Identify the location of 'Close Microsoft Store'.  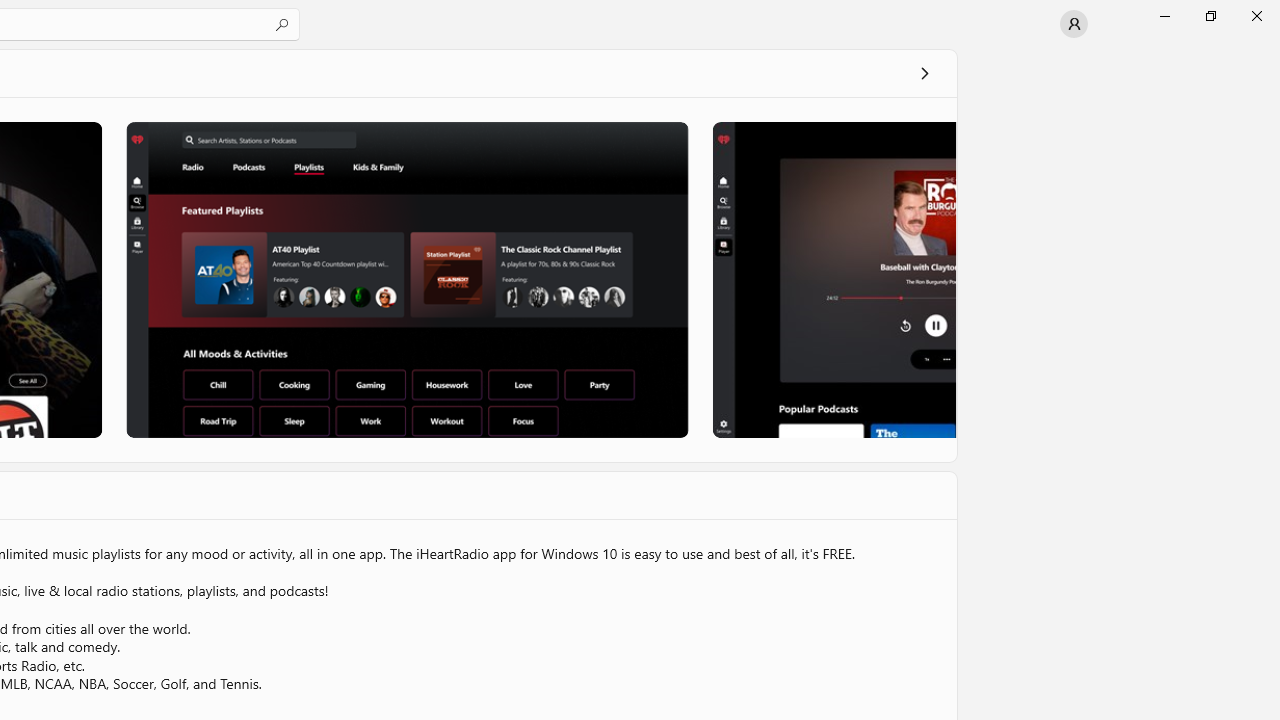
(1255, 15).